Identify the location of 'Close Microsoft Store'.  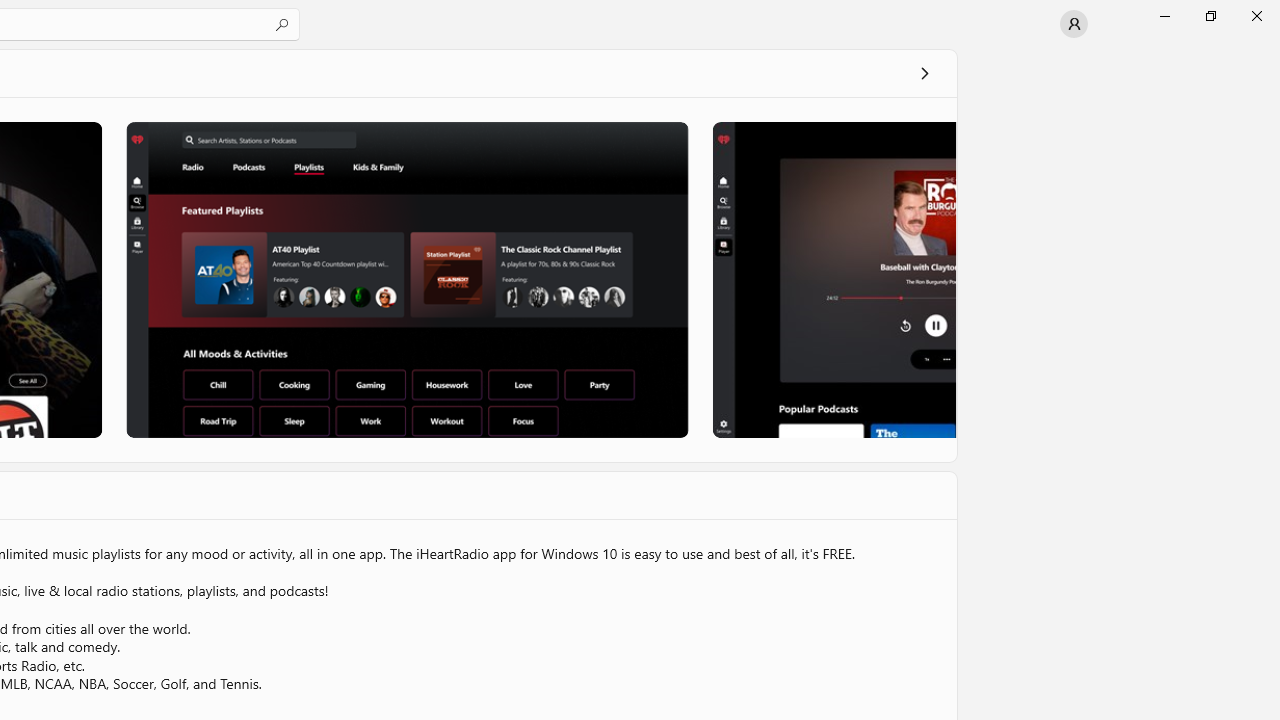
(1255, 15).